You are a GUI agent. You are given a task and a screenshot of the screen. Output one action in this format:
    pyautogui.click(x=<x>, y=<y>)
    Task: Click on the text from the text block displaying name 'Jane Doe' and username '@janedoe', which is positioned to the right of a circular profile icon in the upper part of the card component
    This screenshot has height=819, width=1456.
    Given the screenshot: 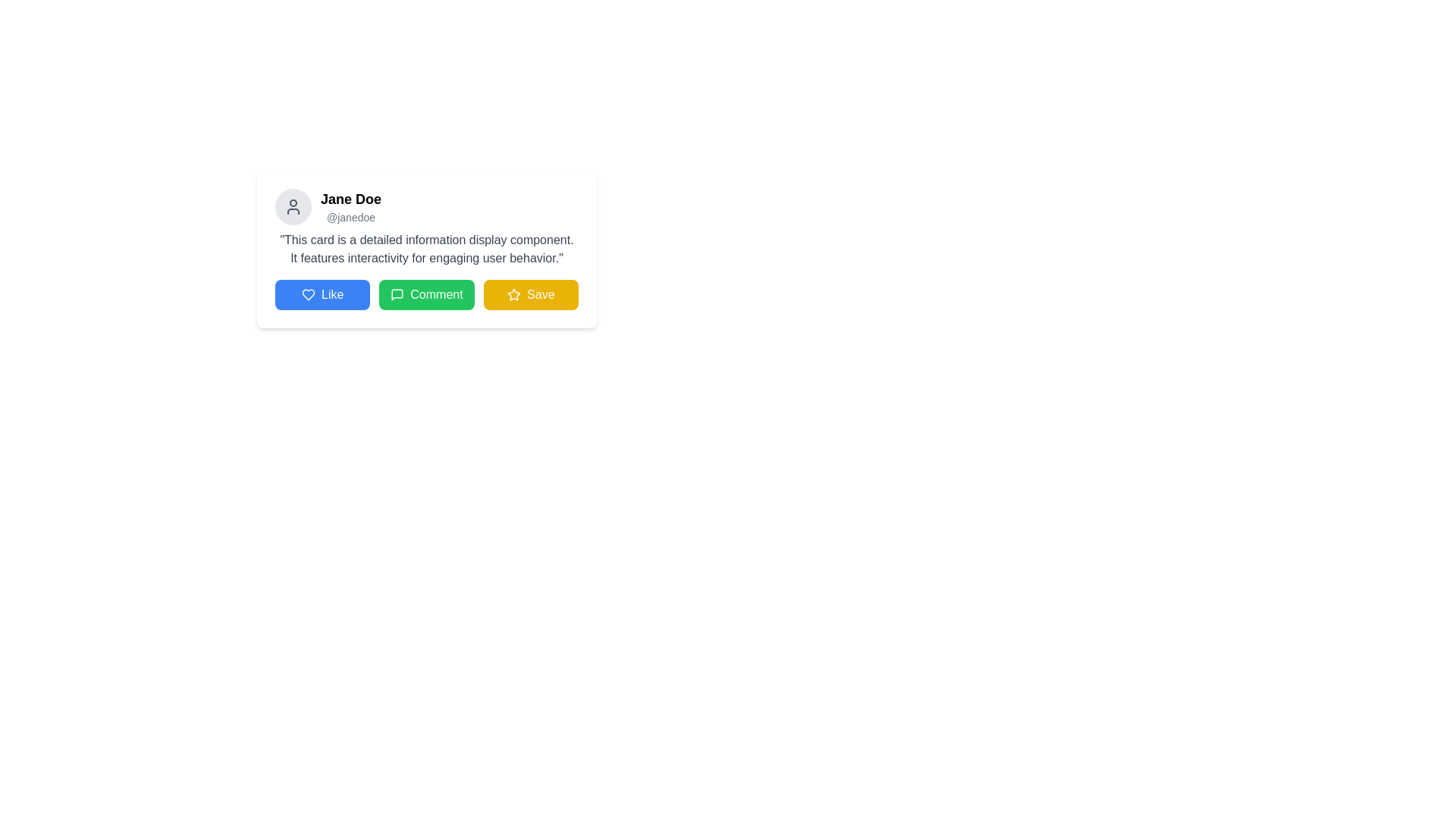 What is the action you would take?
    pyautogui.click(x=350, y=207)
    